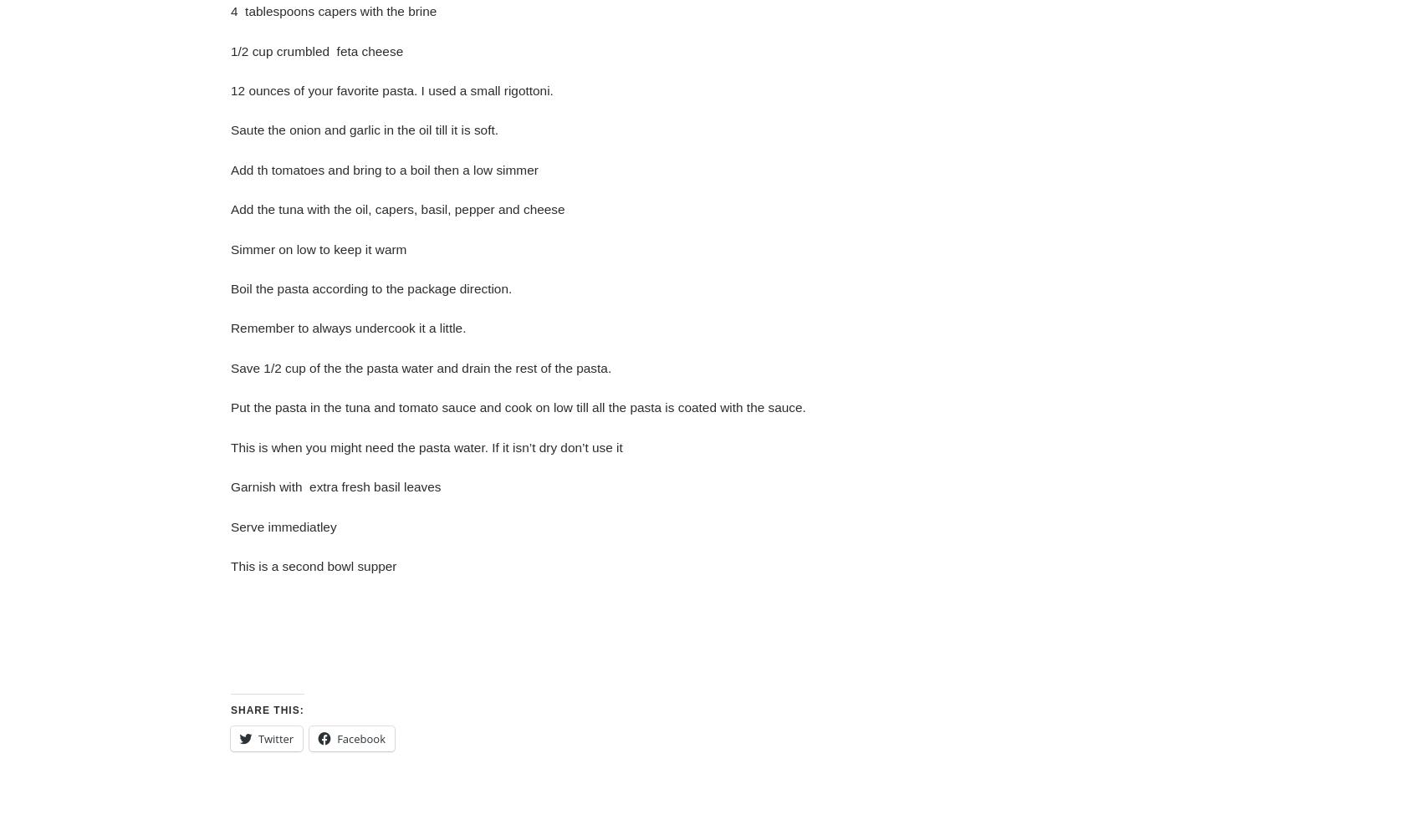 The image size is (1415, 840). Describe the element at coordinates (383, 168) in the screenshot. I see `'Add th tomatoes and bring to a boil then a low simmer'` at that location.